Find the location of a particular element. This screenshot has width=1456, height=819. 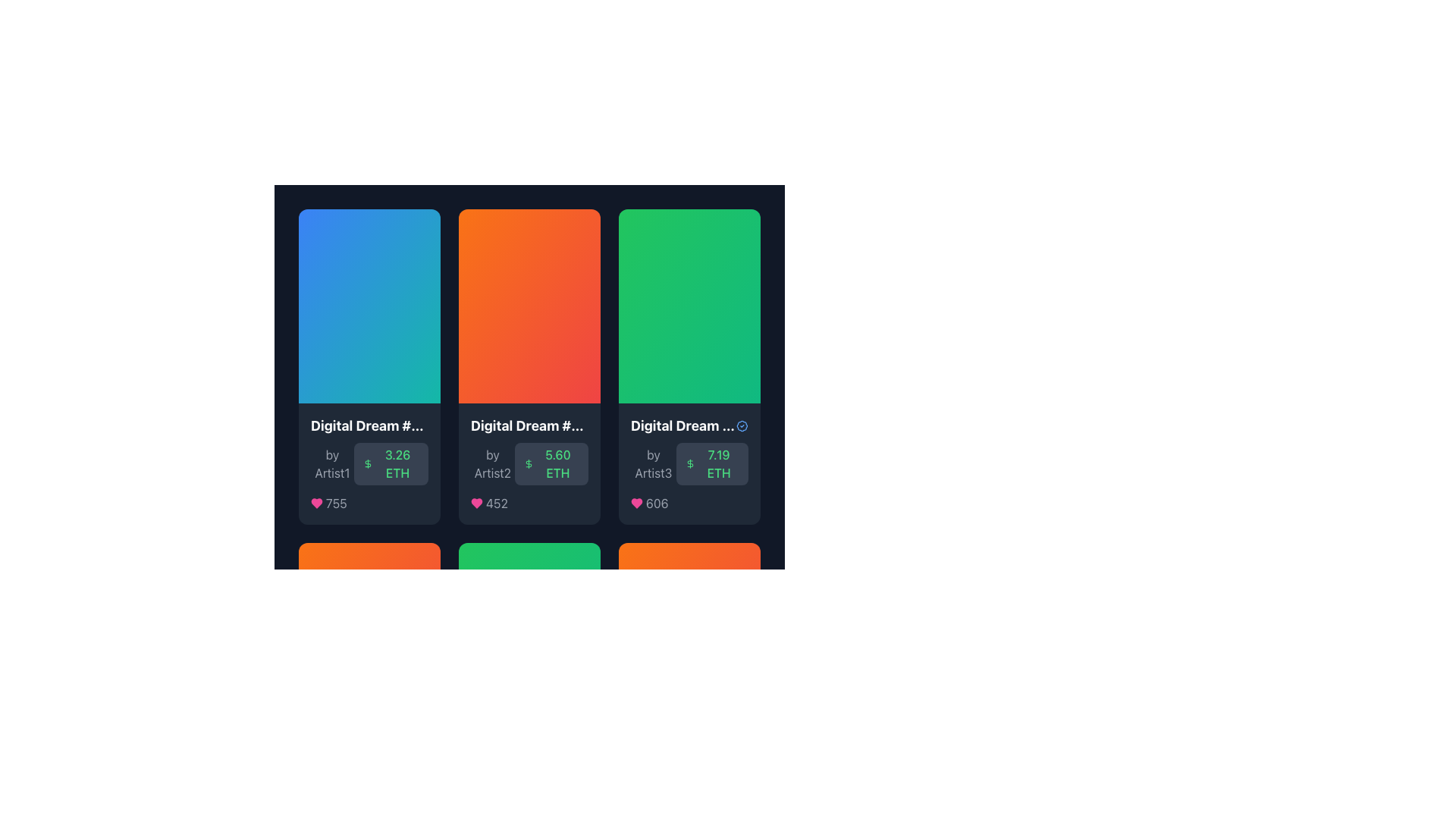

the Decorative area element with a vertical gradient background transitioning from blue to teal, located at the top of the first card in a horizontally-aligned list is located at coordinates (369, 306).